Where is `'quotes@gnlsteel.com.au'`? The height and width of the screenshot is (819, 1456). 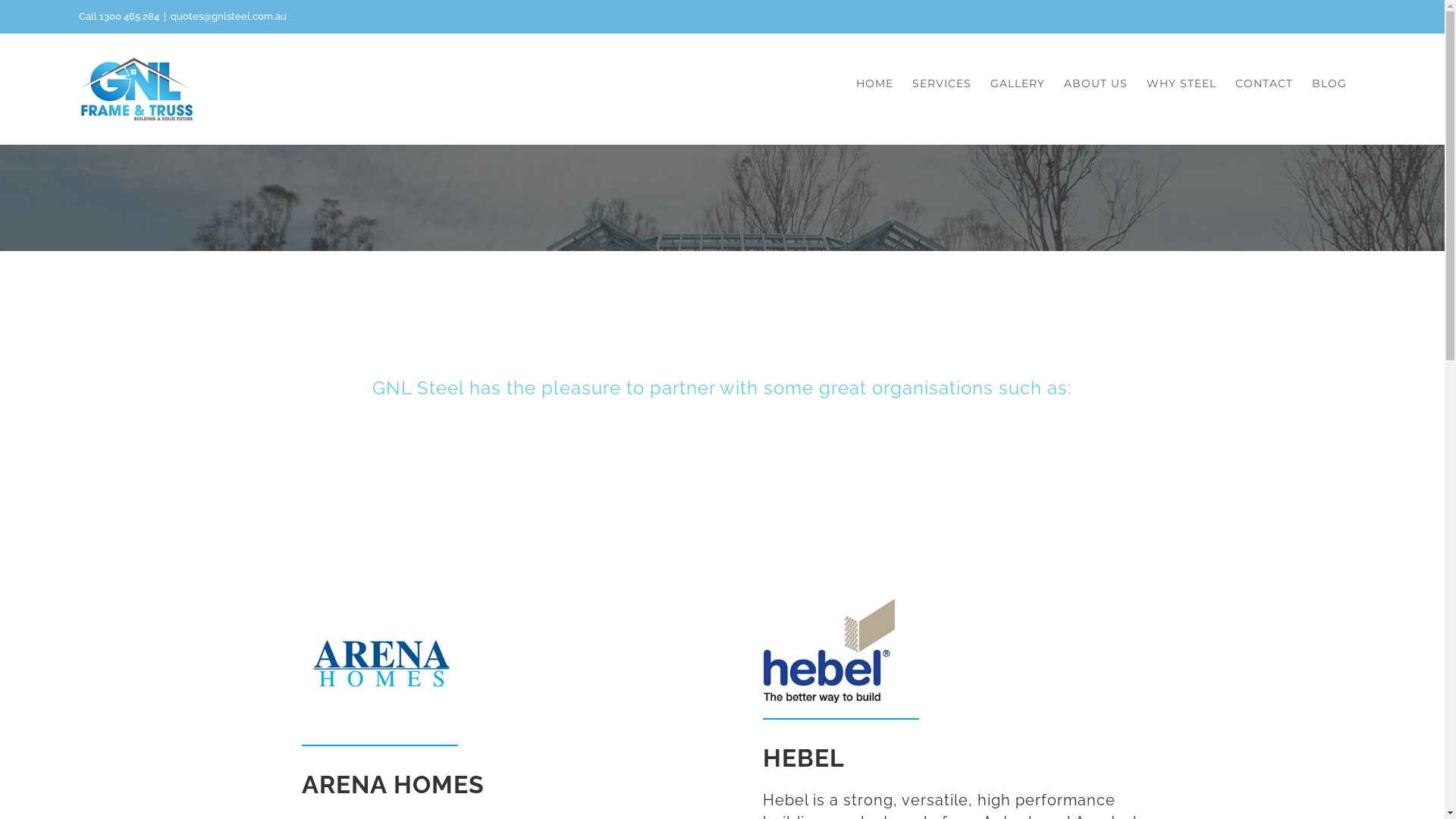
'quotes@gnlsteel.com.au' is located at coordinates (227, 16).